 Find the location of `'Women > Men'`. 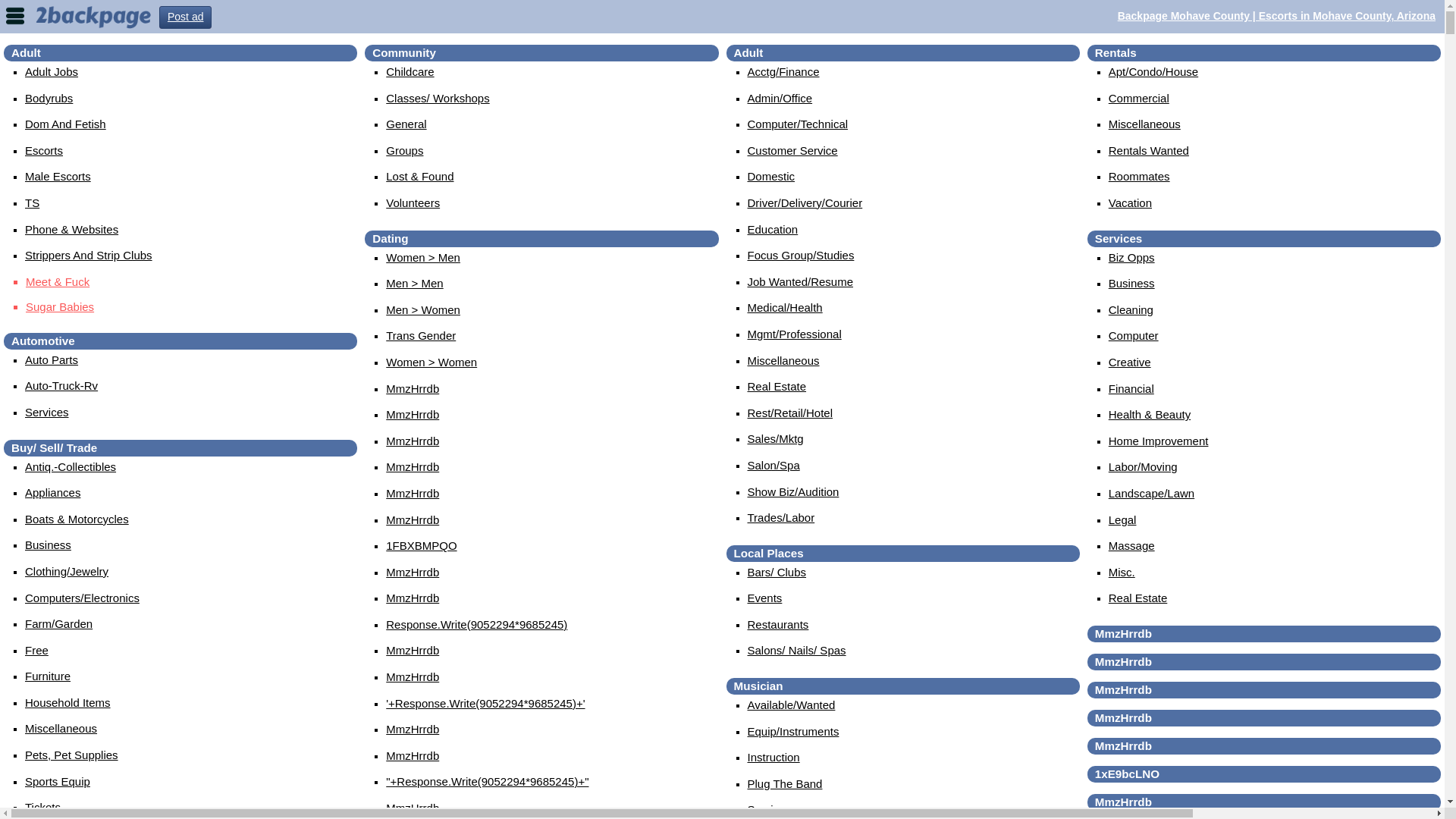

'Women > Men' is located at coordinates (422, 256).